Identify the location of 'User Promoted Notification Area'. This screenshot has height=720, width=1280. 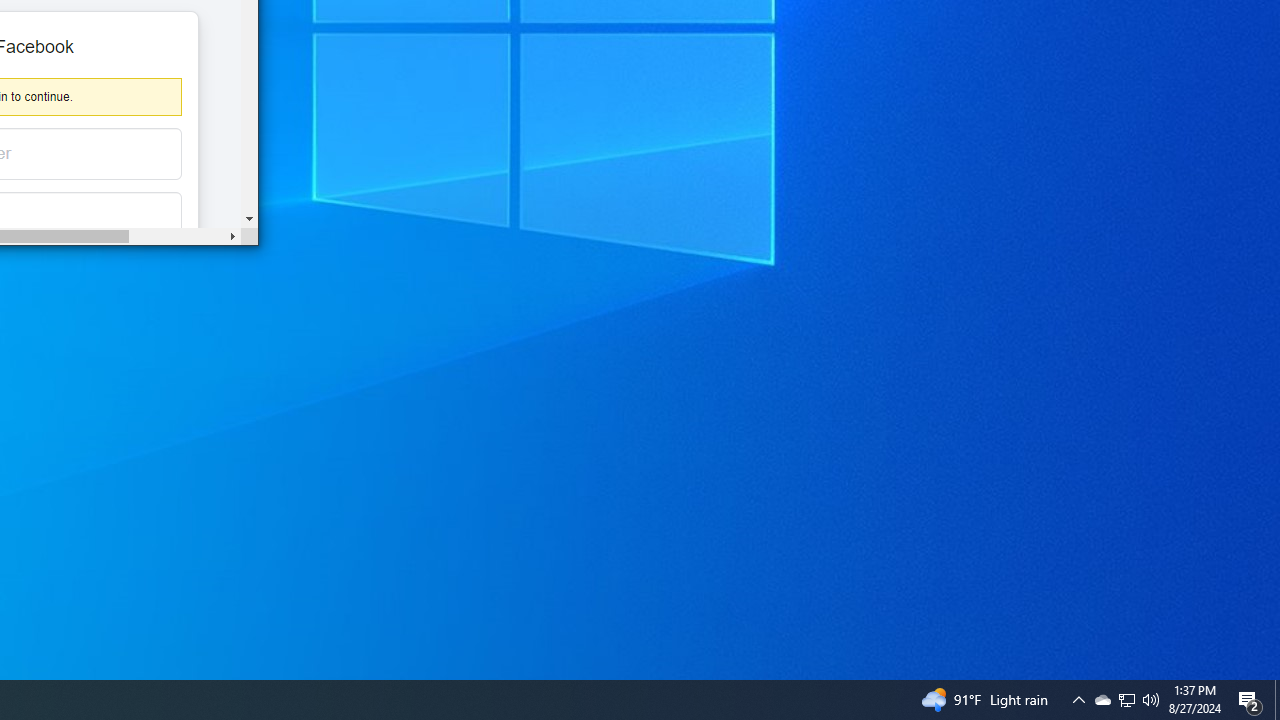
(1127, 698).